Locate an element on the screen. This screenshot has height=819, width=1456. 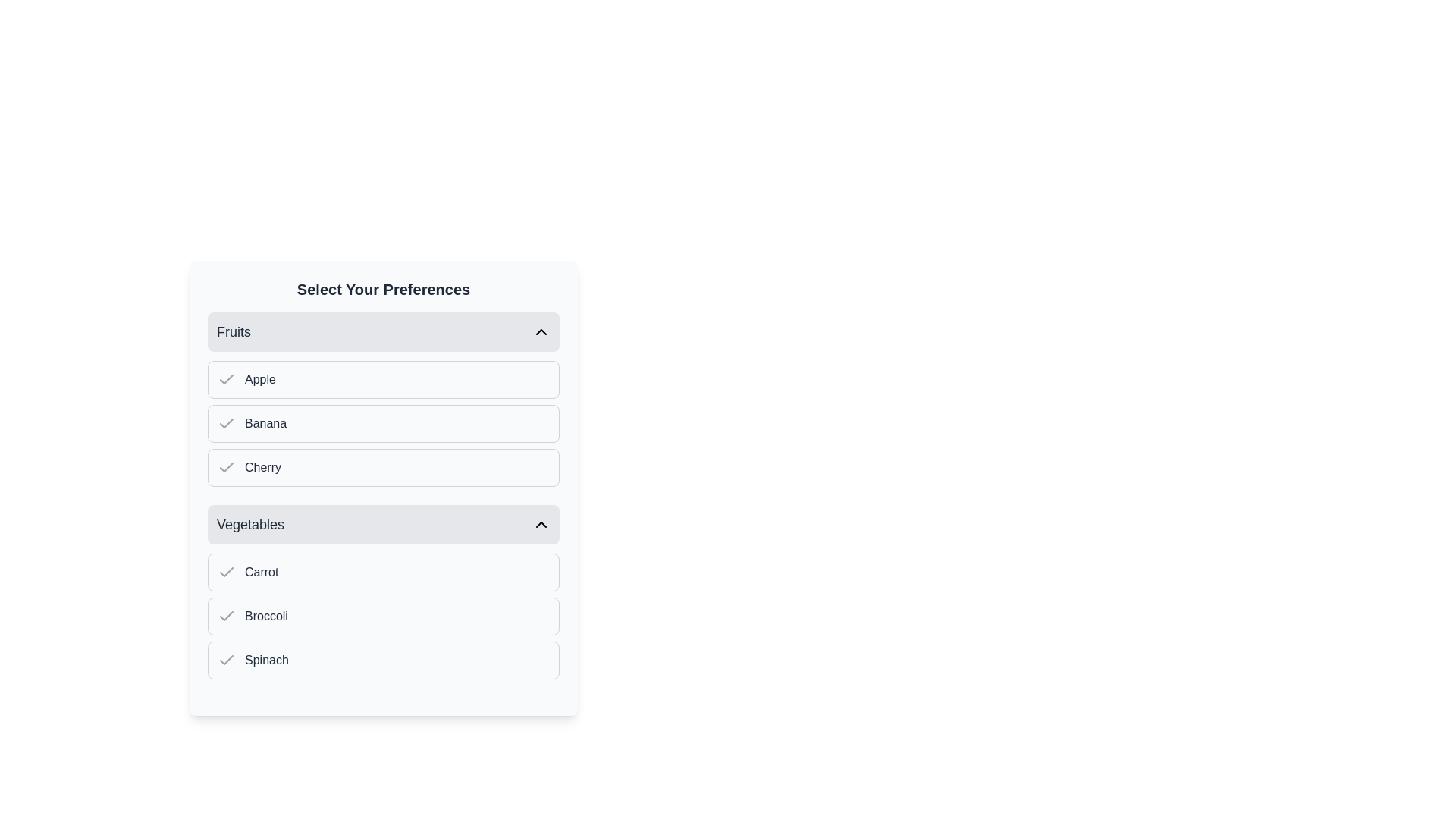
the selectable list item labeled 'Apple' is located at coordinates (383, 379).